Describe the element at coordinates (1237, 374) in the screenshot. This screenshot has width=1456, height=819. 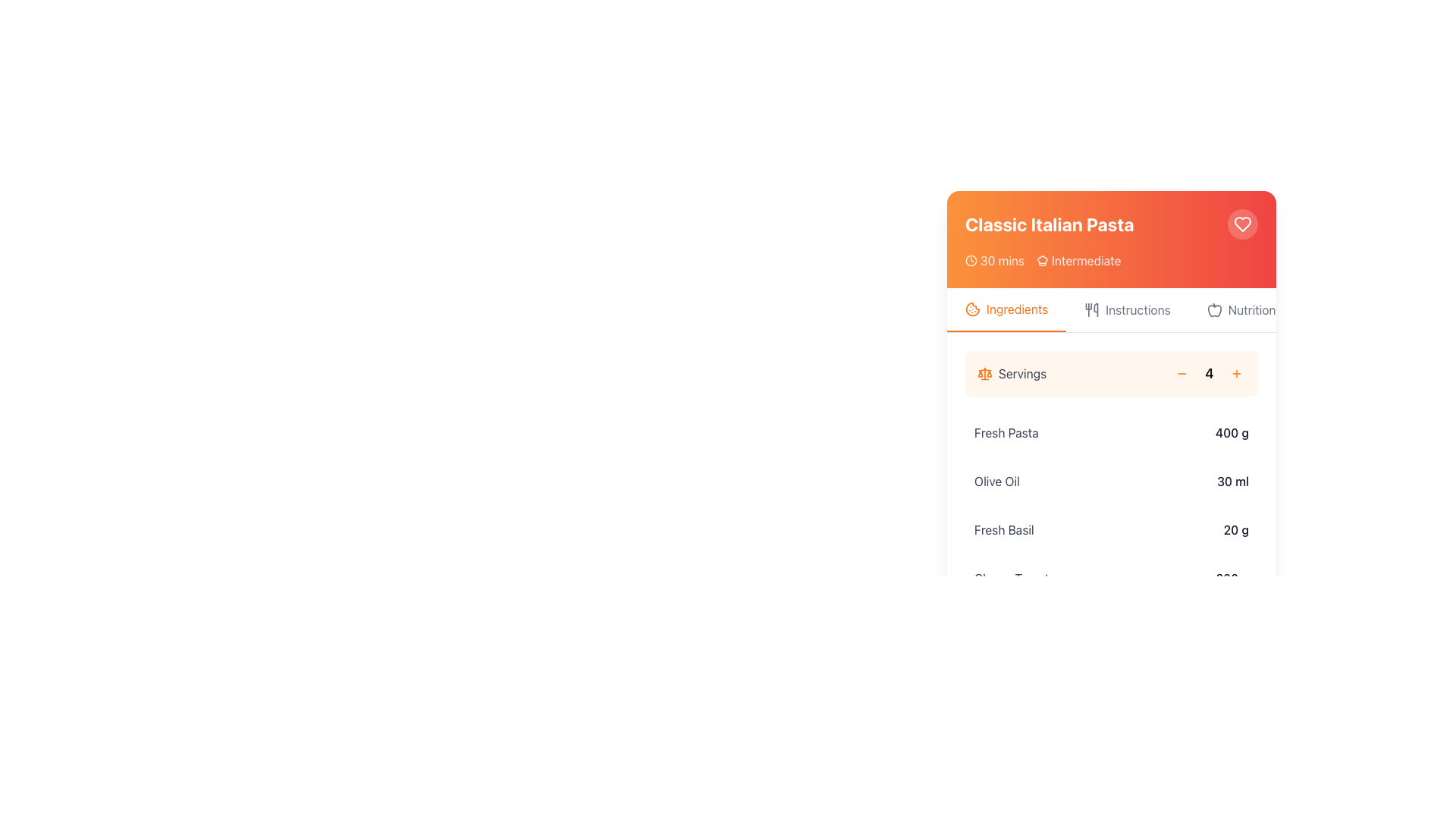
I see `the small, square-shaped button with a '+' symbol located in the 'Servings' section to receive visual feedback` at that location.